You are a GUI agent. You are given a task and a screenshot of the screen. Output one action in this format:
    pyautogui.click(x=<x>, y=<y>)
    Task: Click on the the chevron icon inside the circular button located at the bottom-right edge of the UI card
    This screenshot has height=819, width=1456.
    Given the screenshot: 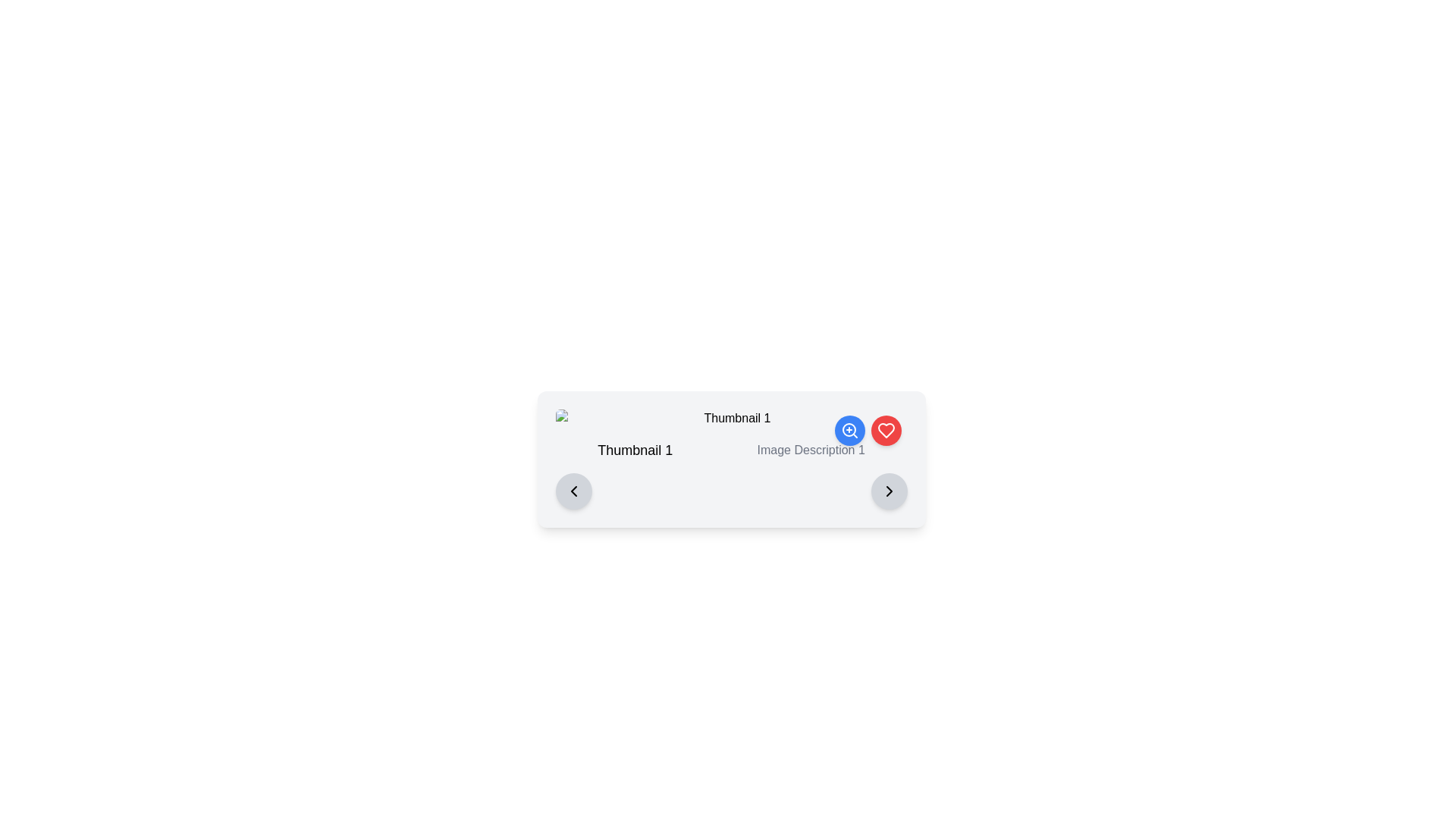 What is the action you would take?
    pyautogui.click(x=889, y=491)
    